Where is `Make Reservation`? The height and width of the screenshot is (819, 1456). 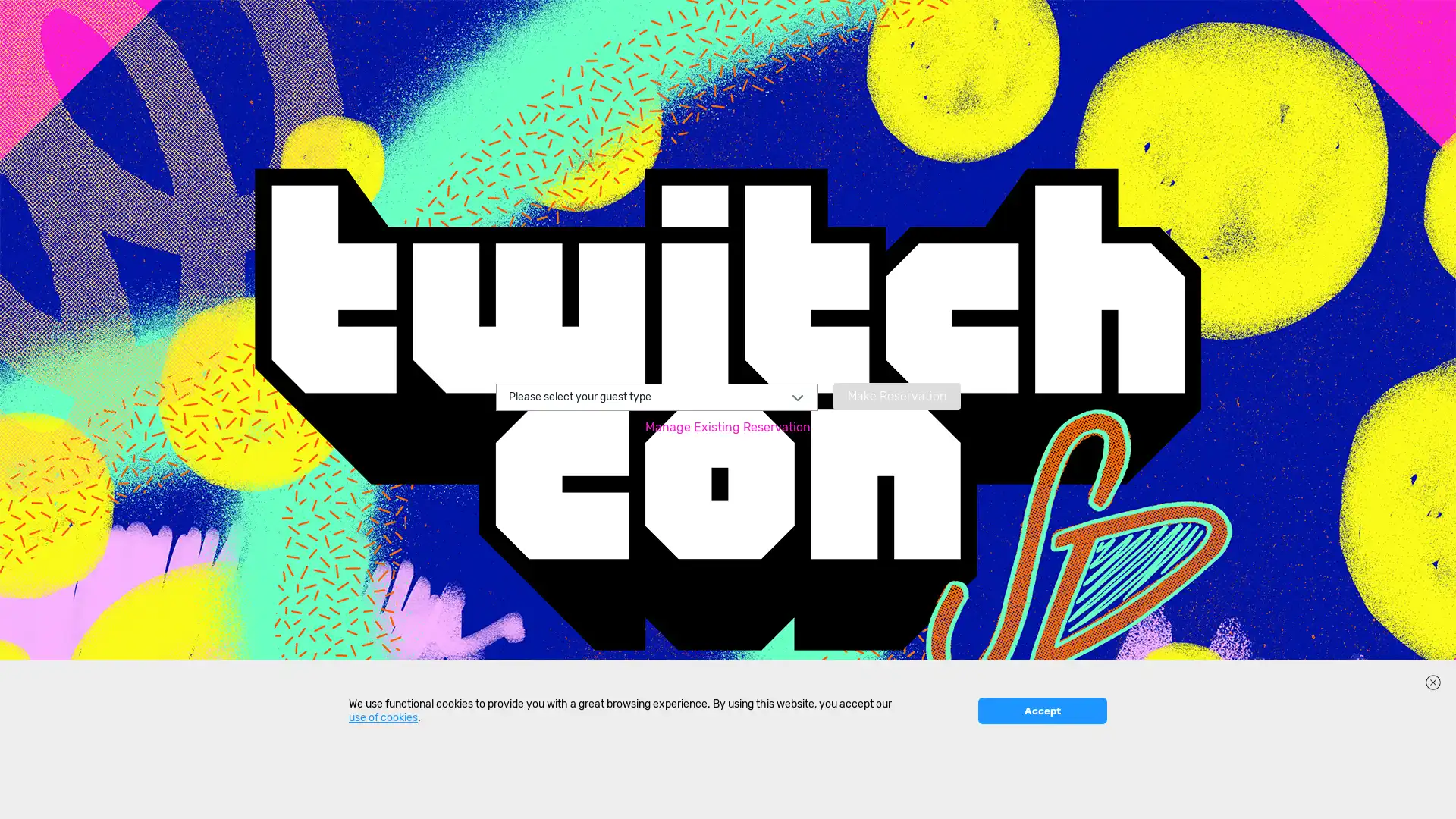 Make Reservation is located at coordinates (896, 394).